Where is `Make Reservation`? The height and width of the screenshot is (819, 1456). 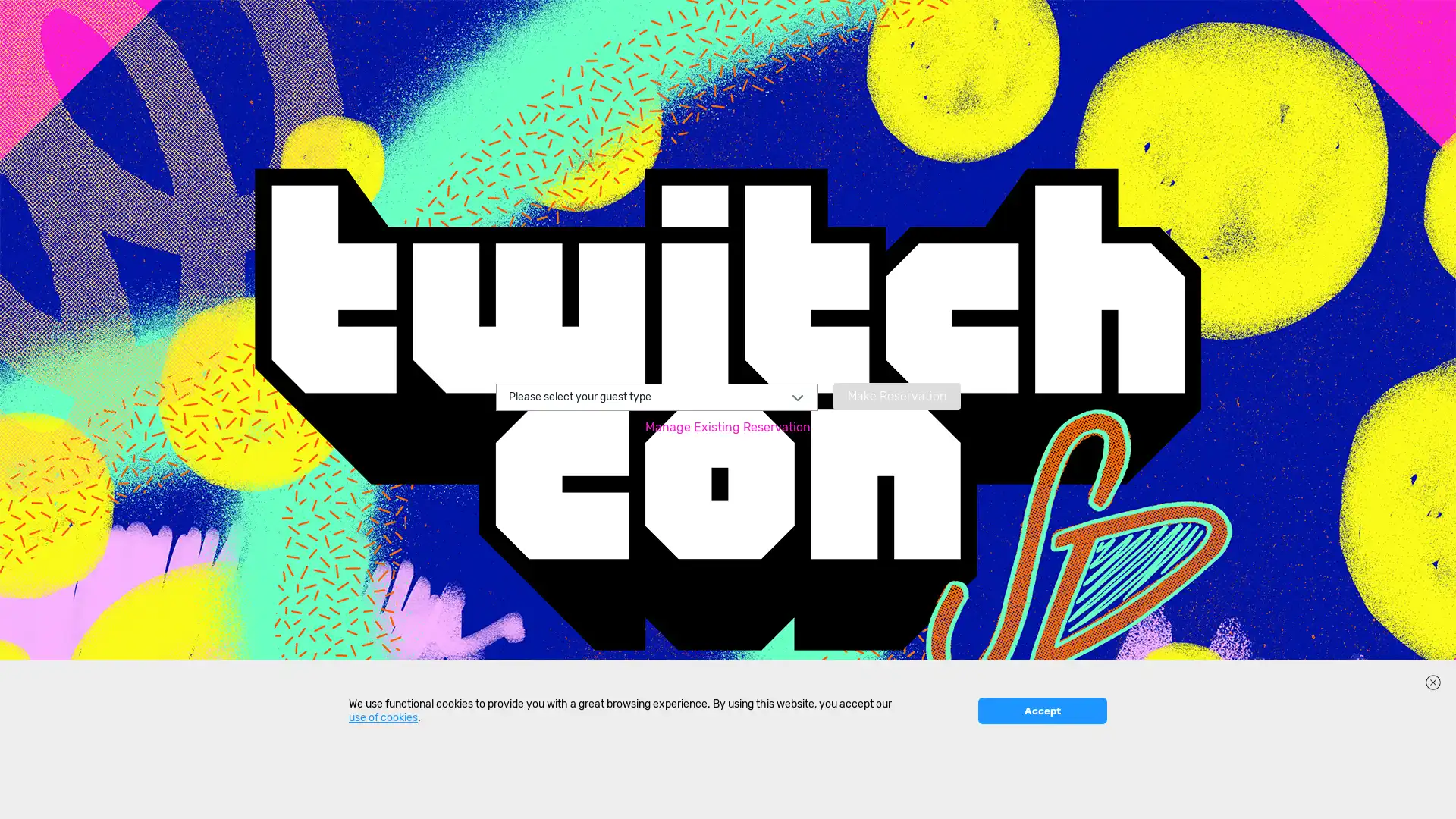 Make Reservation is located at coordinates (896, 394).